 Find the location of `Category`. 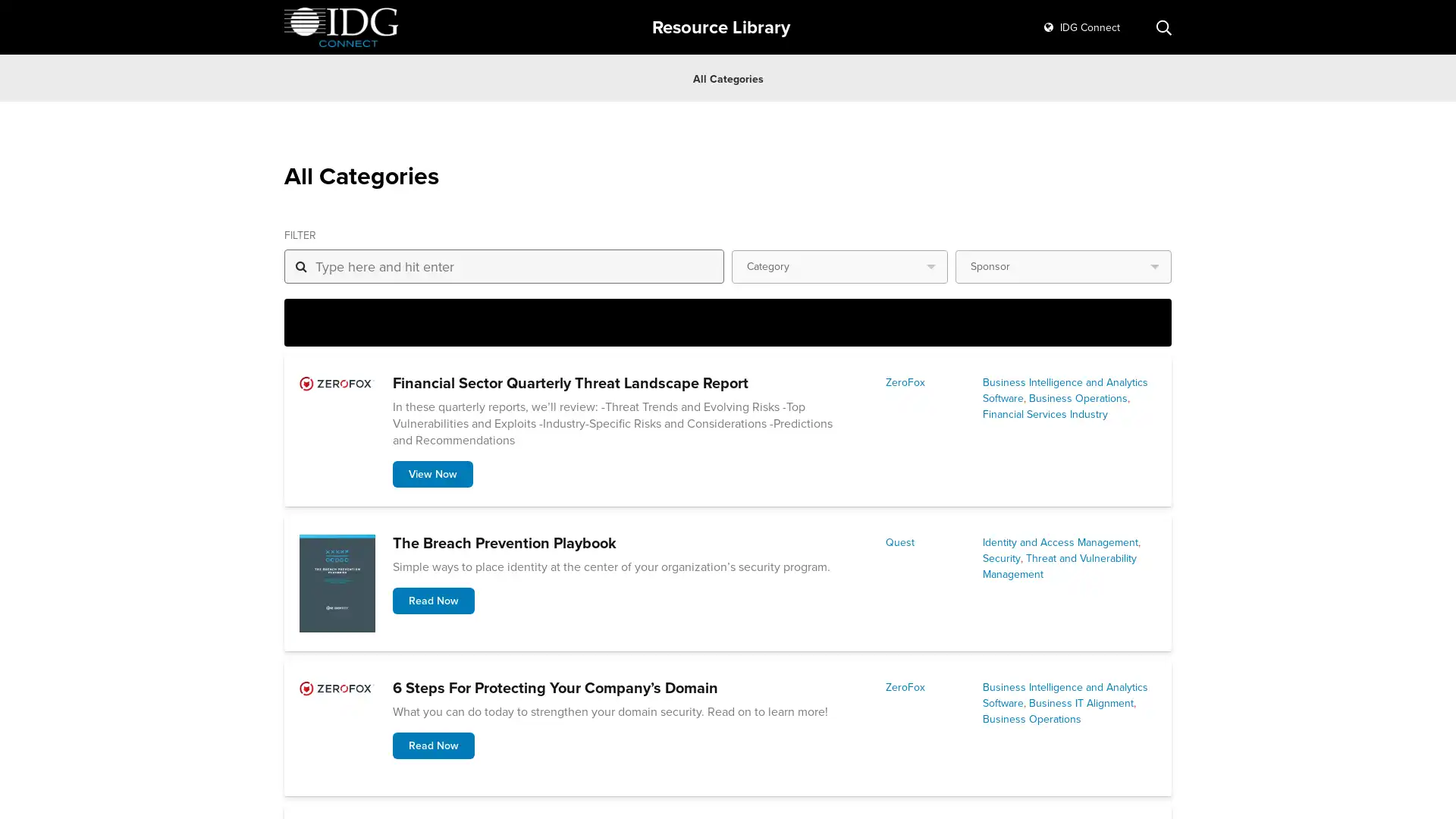

Category is located at coordinates (839, 265).